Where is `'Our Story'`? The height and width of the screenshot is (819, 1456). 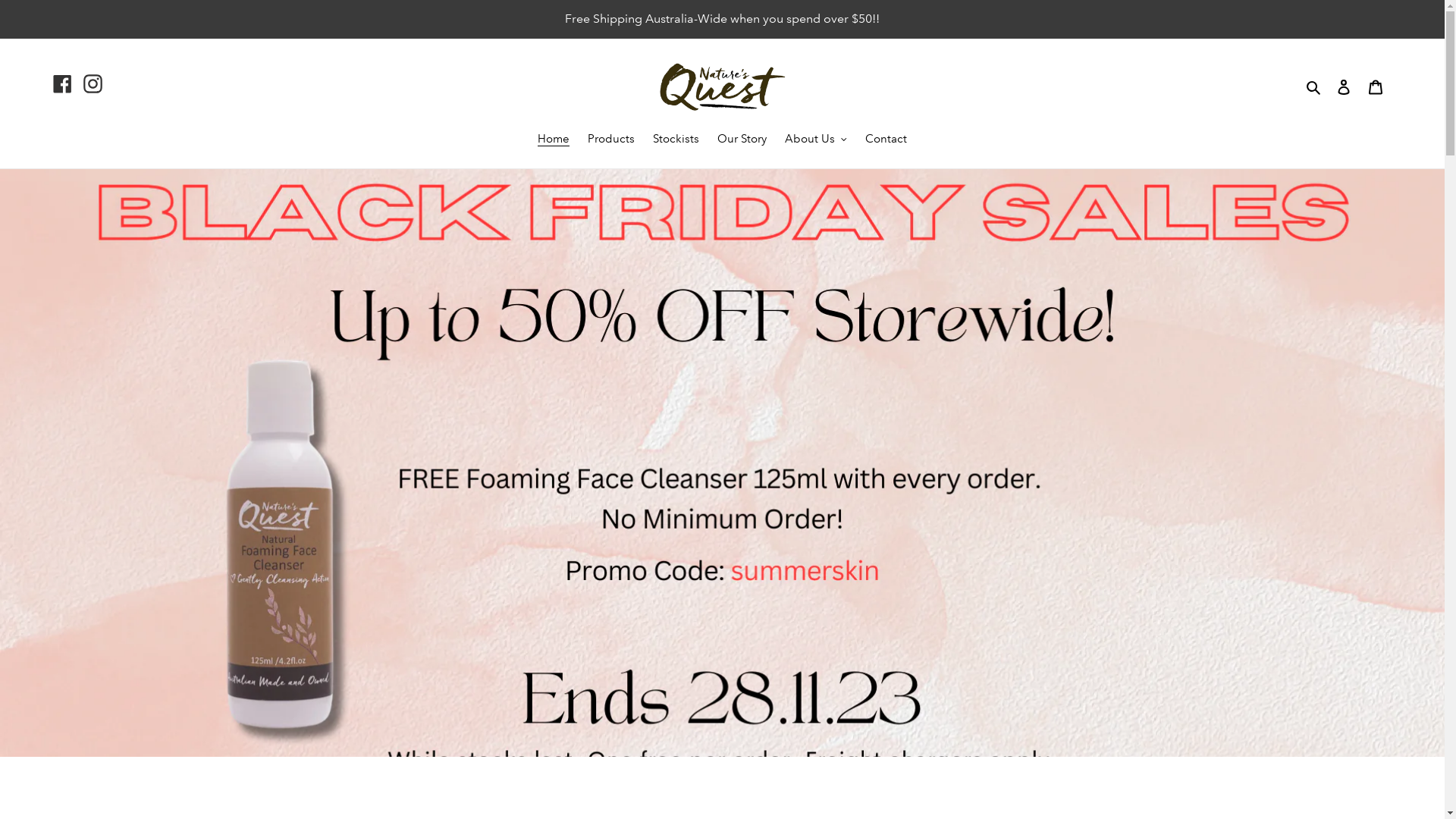
'Our Story' is located at coordinates (742, 140).